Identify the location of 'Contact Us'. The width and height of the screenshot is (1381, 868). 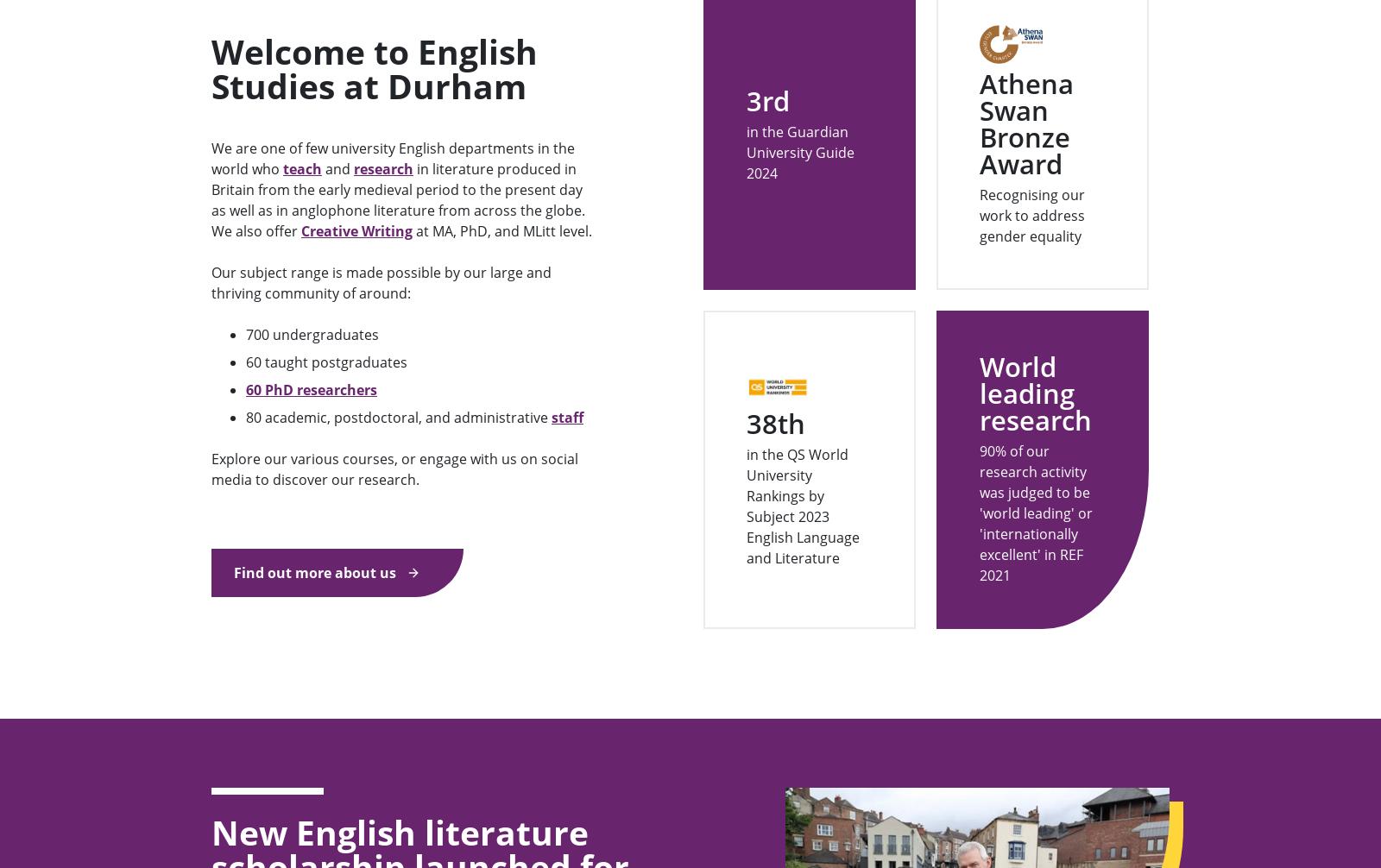
(244, 768).